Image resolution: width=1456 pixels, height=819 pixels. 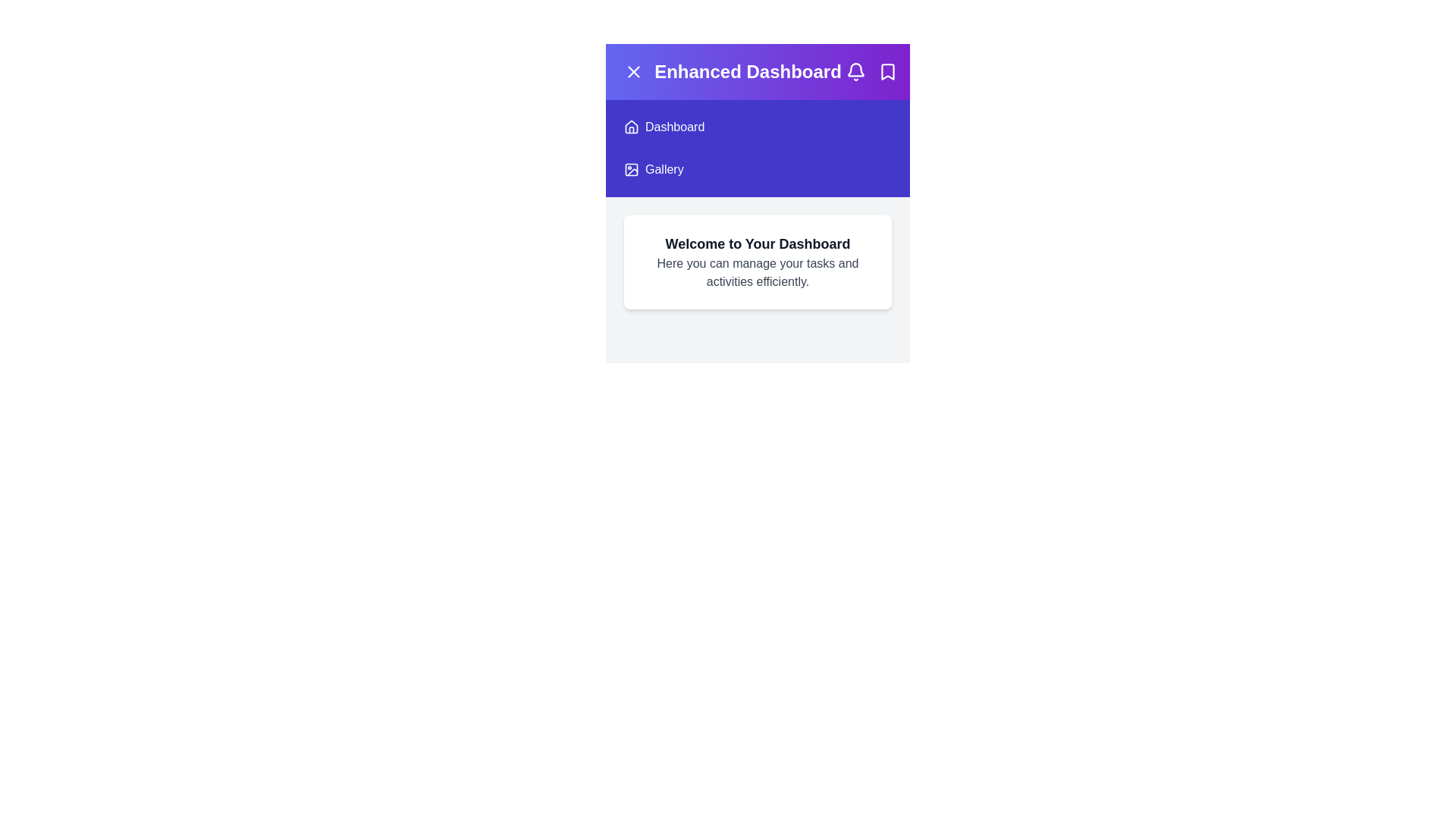 What do you see at coordinates (758, 169) in the screenshot?
I see `the 'Gallery' menu item to navigate to the Gallery section` at bounding box center [758, 169].